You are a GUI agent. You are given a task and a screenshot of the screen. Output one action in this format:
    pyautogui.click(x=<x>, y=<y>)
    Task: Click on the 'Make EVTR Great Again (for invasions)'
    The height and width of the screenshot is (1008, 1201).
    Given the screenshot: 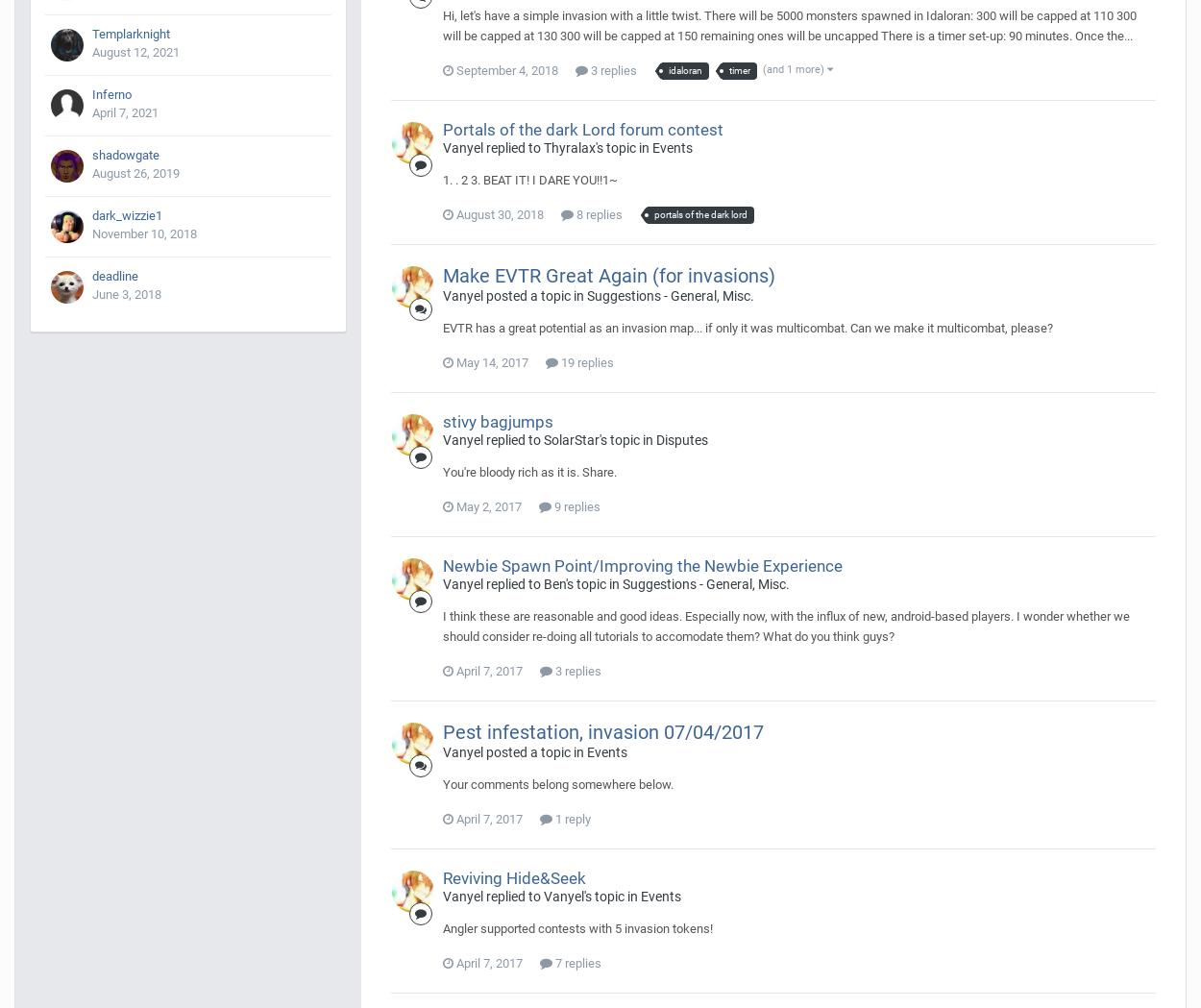 What is the action you would take?
    pyautogui.click(x=442, y=274)
    